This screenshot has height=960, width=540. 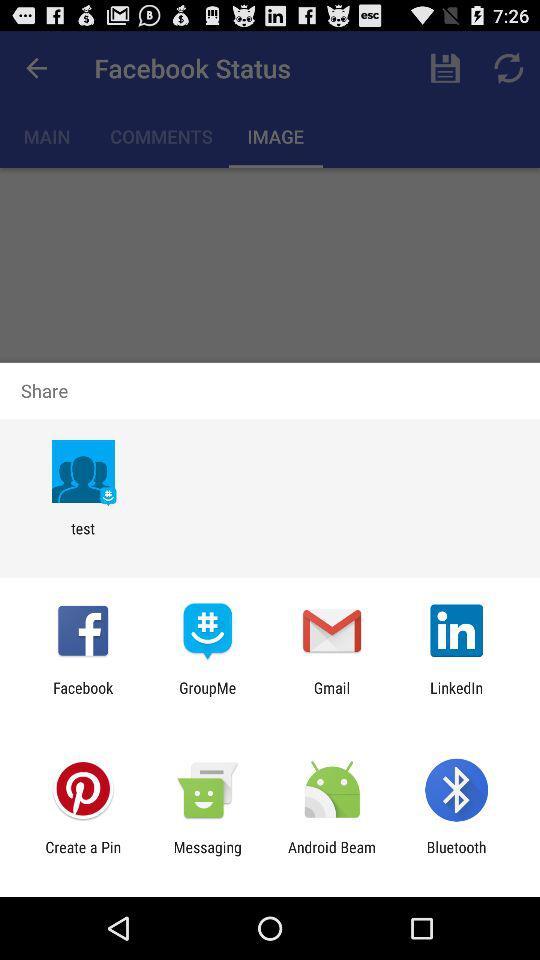 What do you see at coordinates (206, 855) in the screenshot?
I see `icon next to android beam app` at bounding box center [206, 855].